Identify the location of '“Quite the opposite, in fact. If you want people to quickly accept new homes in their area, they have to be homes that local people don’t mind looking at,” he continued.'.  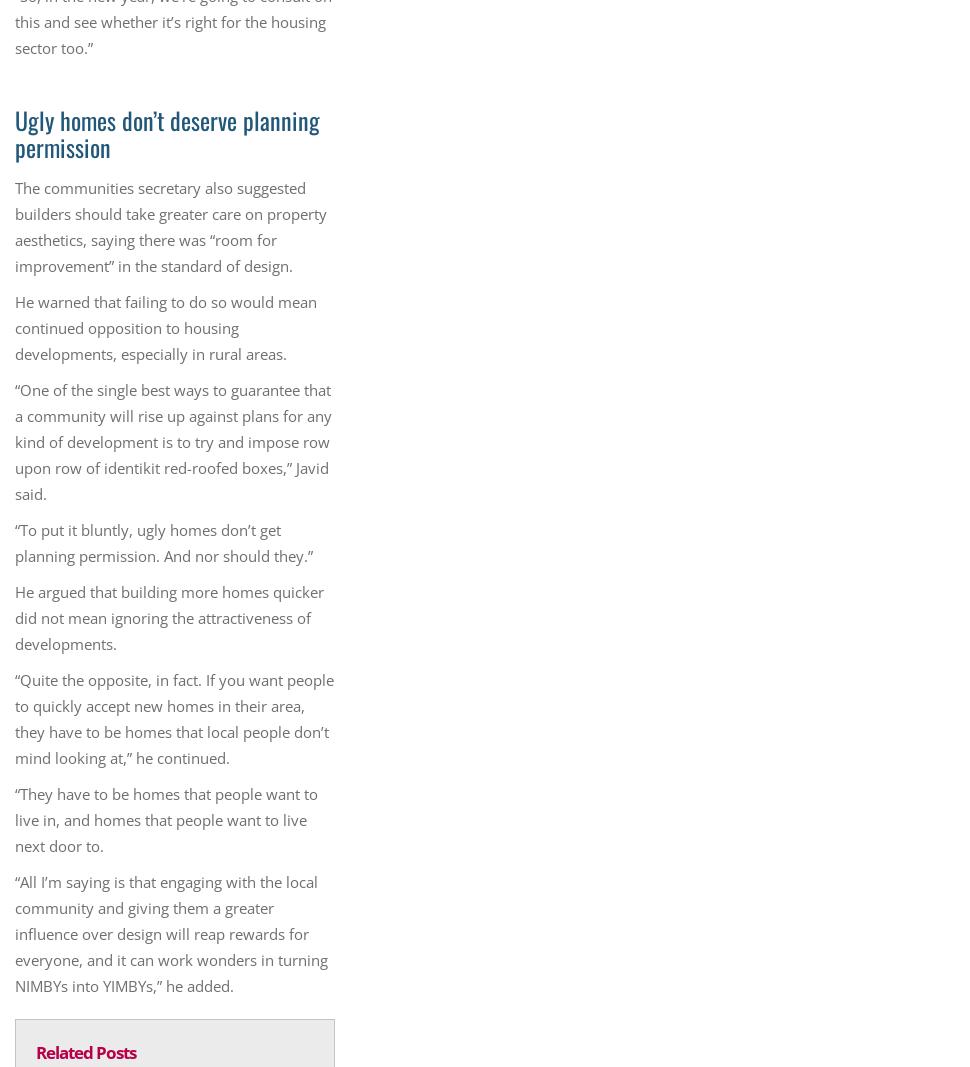
(173, 718).